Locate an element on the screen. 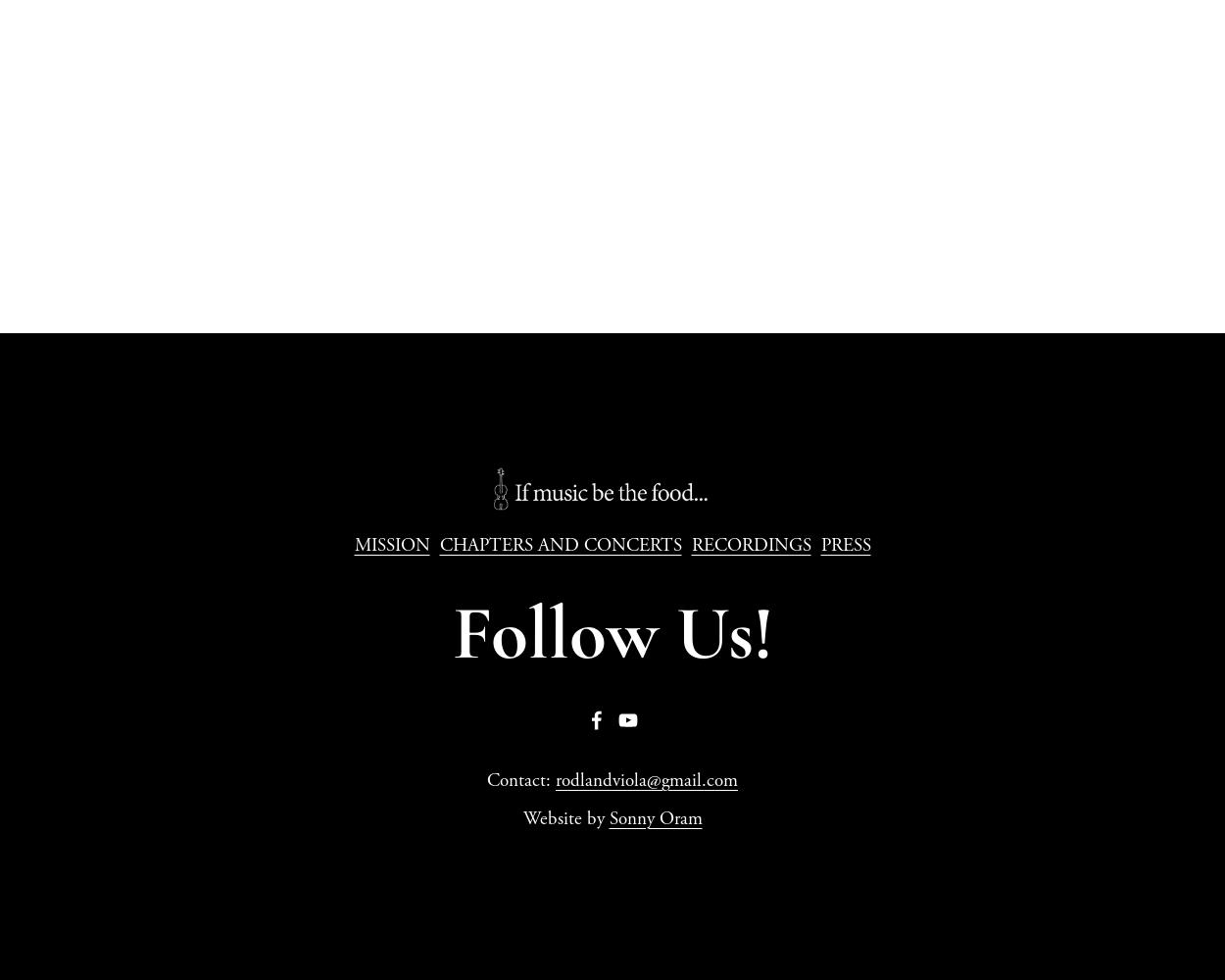 This screenshot has width=1225, height=980. 'Contact:' is located at coordinates (521, 781).